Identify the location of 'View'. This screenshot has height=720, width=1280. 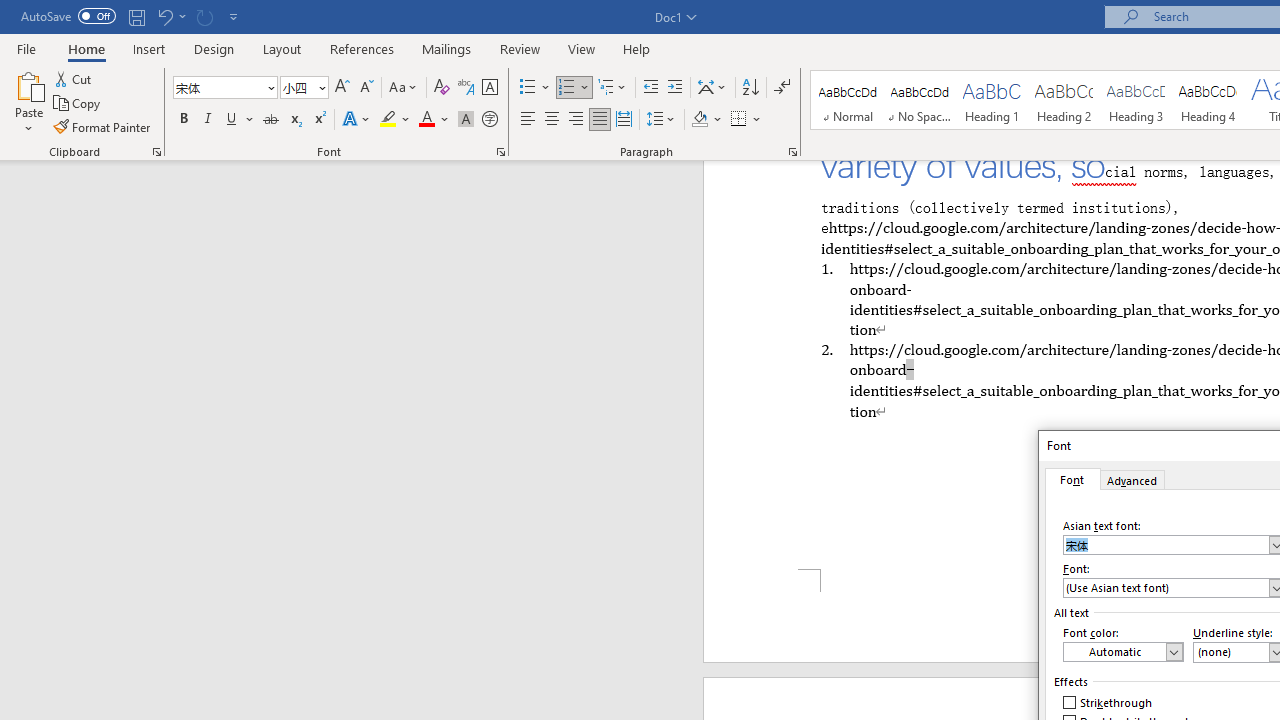
(581, 48).